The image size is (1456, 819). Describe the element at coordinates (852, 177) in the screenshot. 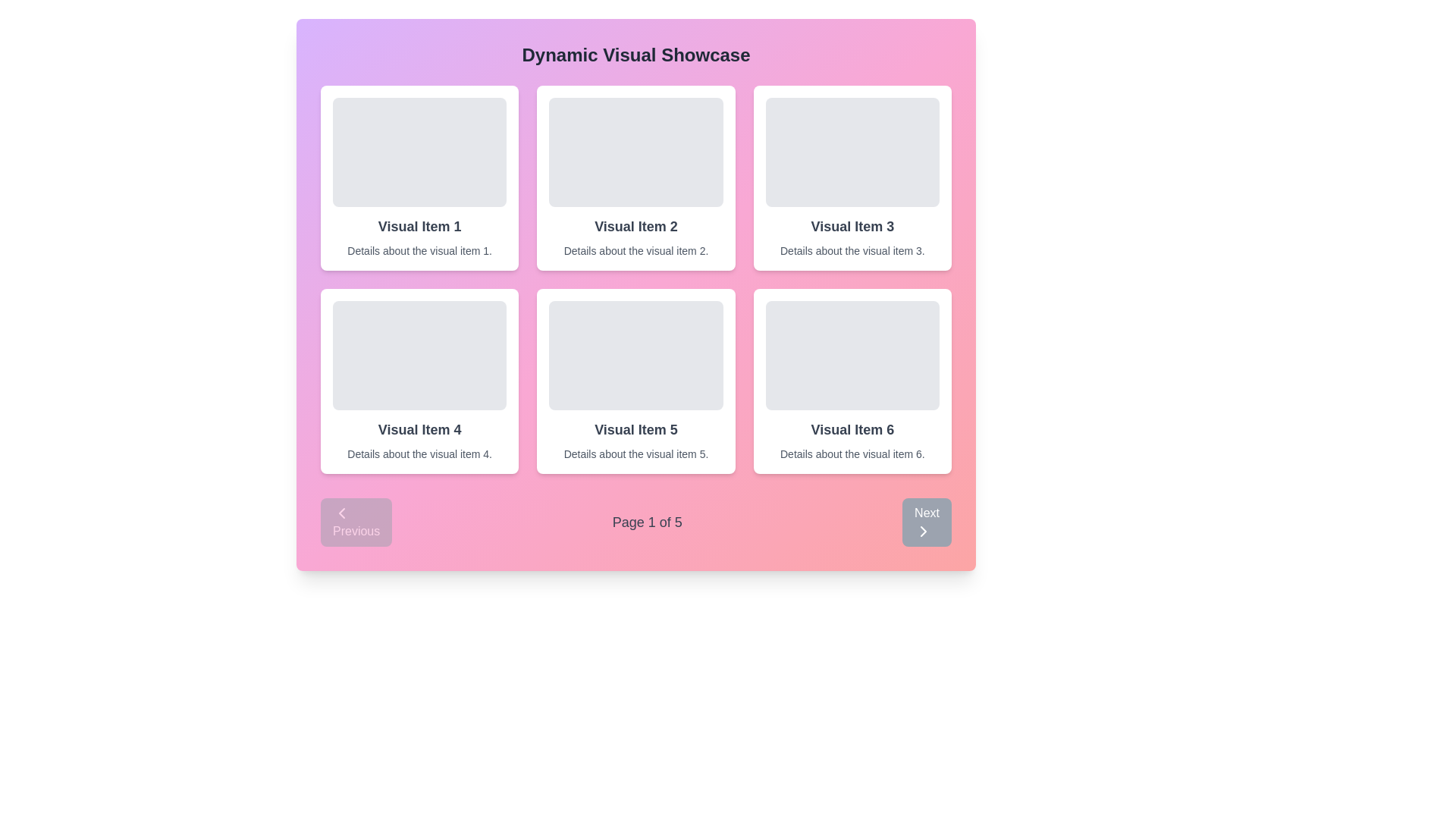

I see `the card component displaying 'Visual Item 3' with a white background and a gray image placeholder, positioned in the top-right corner of the grid layout` at that location.